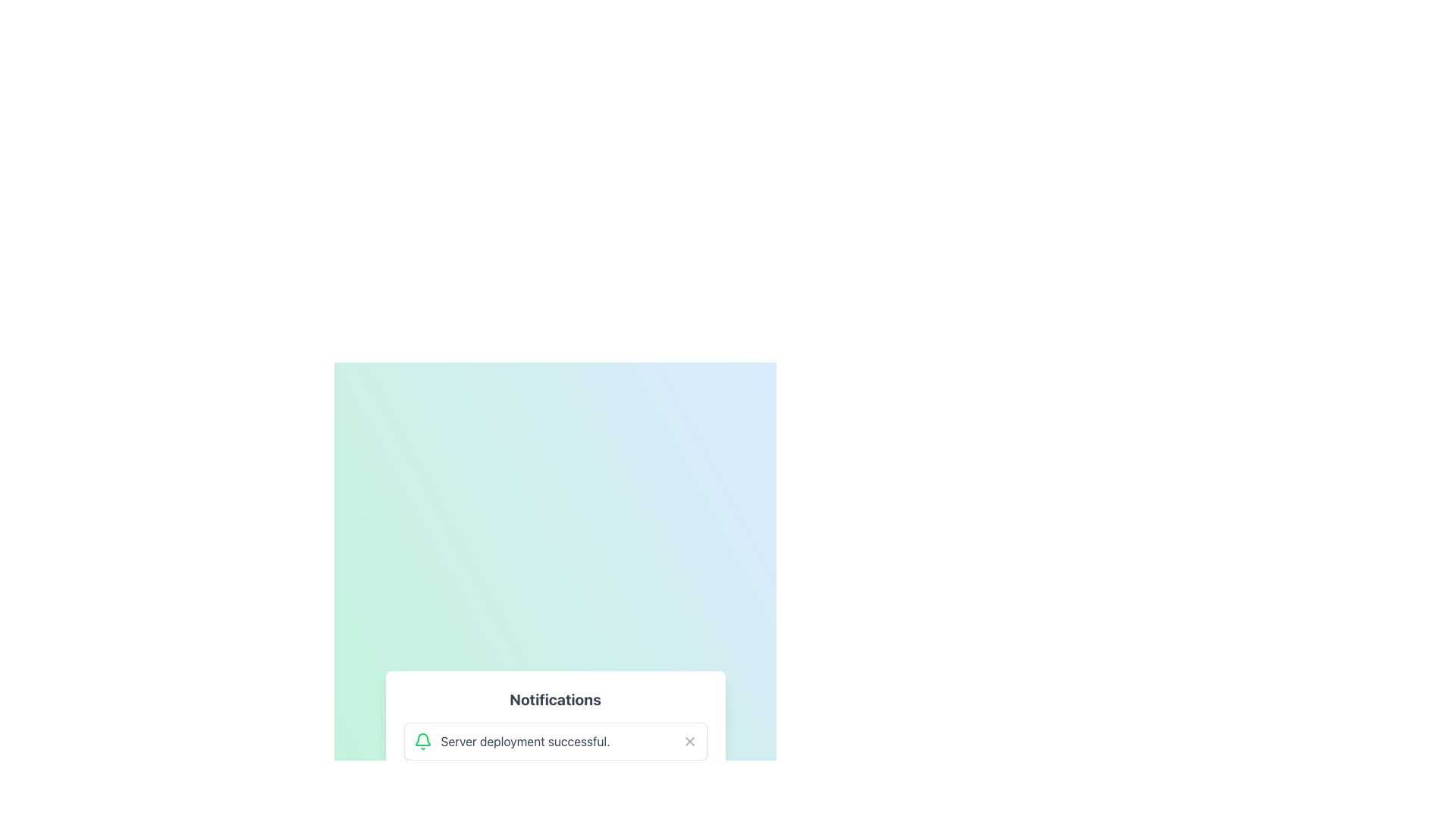 This screenshot has width=1456, height=819. I want to click on the closing Vector icon located at the far right of the notification card, which is used to dismiss the notification, so click(689, 741).